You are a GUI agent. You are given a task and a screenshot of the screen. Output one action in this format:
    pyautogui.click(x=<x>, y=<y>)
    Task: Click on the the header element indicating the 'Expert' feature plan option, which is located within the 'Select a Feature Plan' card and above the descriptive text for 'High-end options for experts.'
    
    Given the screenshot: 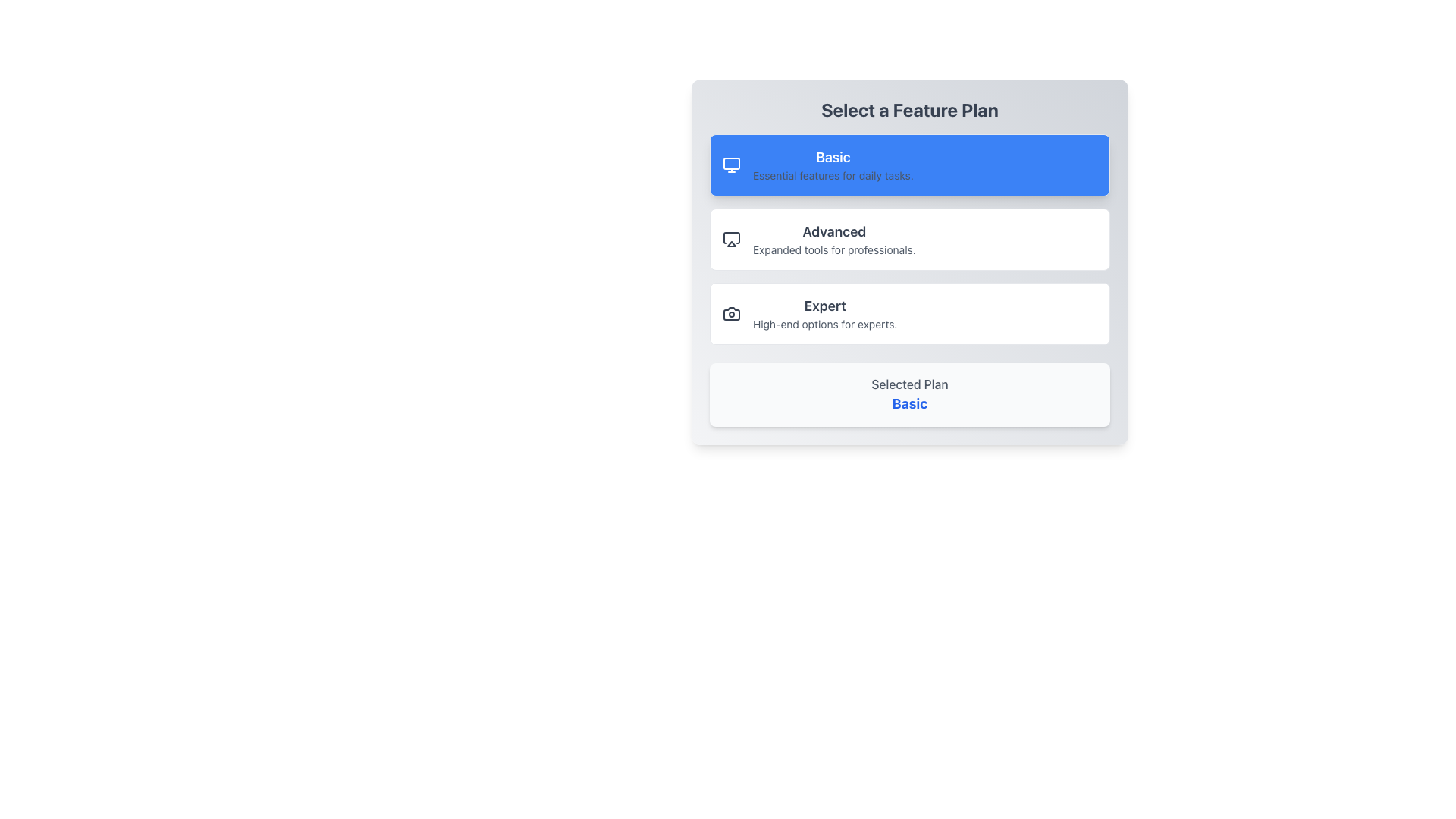 What is the action you would take?
    pyautogui.click(x=824, y=306)
    